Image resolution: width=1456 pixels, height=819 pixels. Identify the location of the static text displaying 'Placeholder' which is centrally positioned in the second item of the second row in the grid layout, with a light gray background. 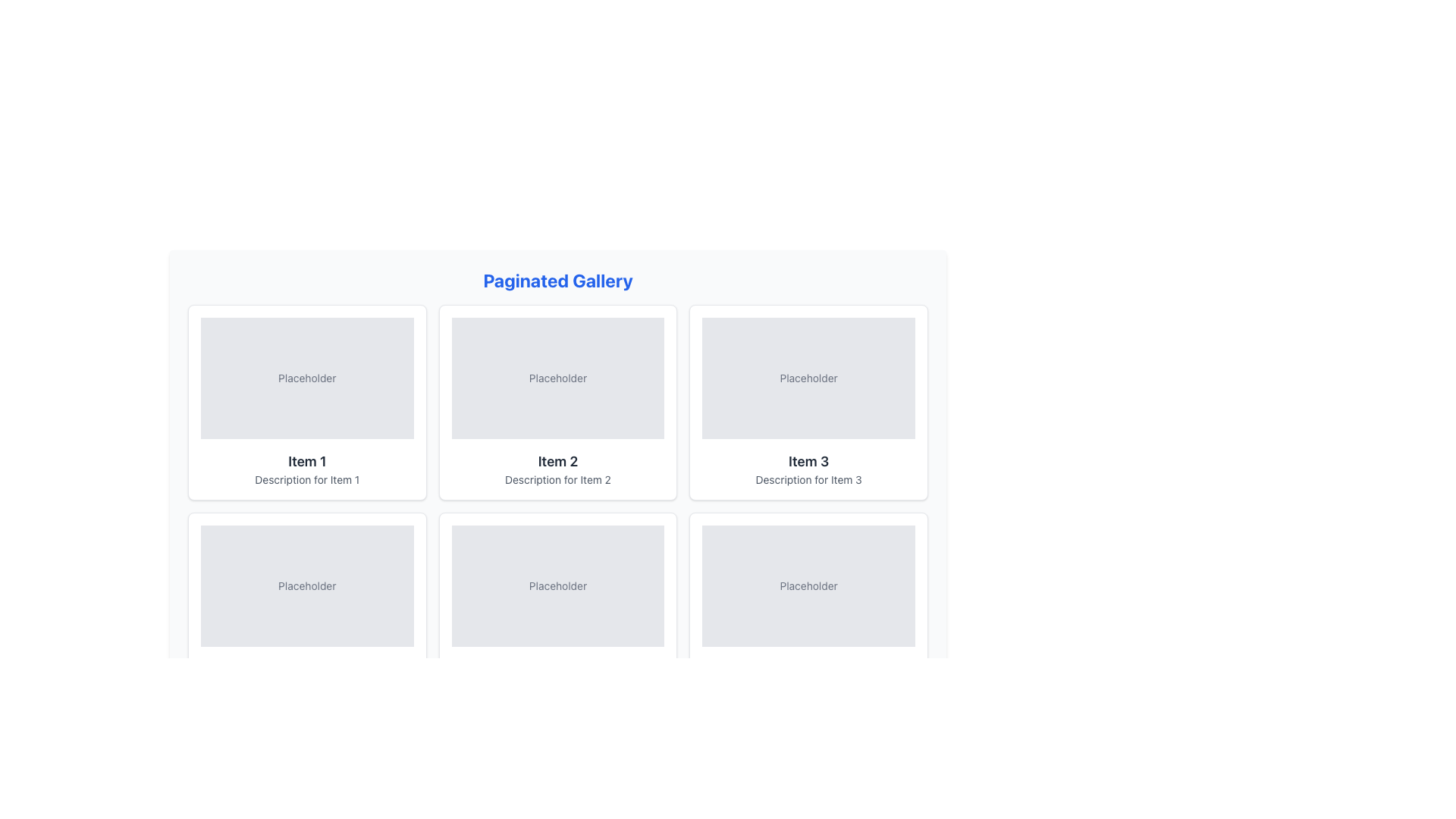
(557, 377).